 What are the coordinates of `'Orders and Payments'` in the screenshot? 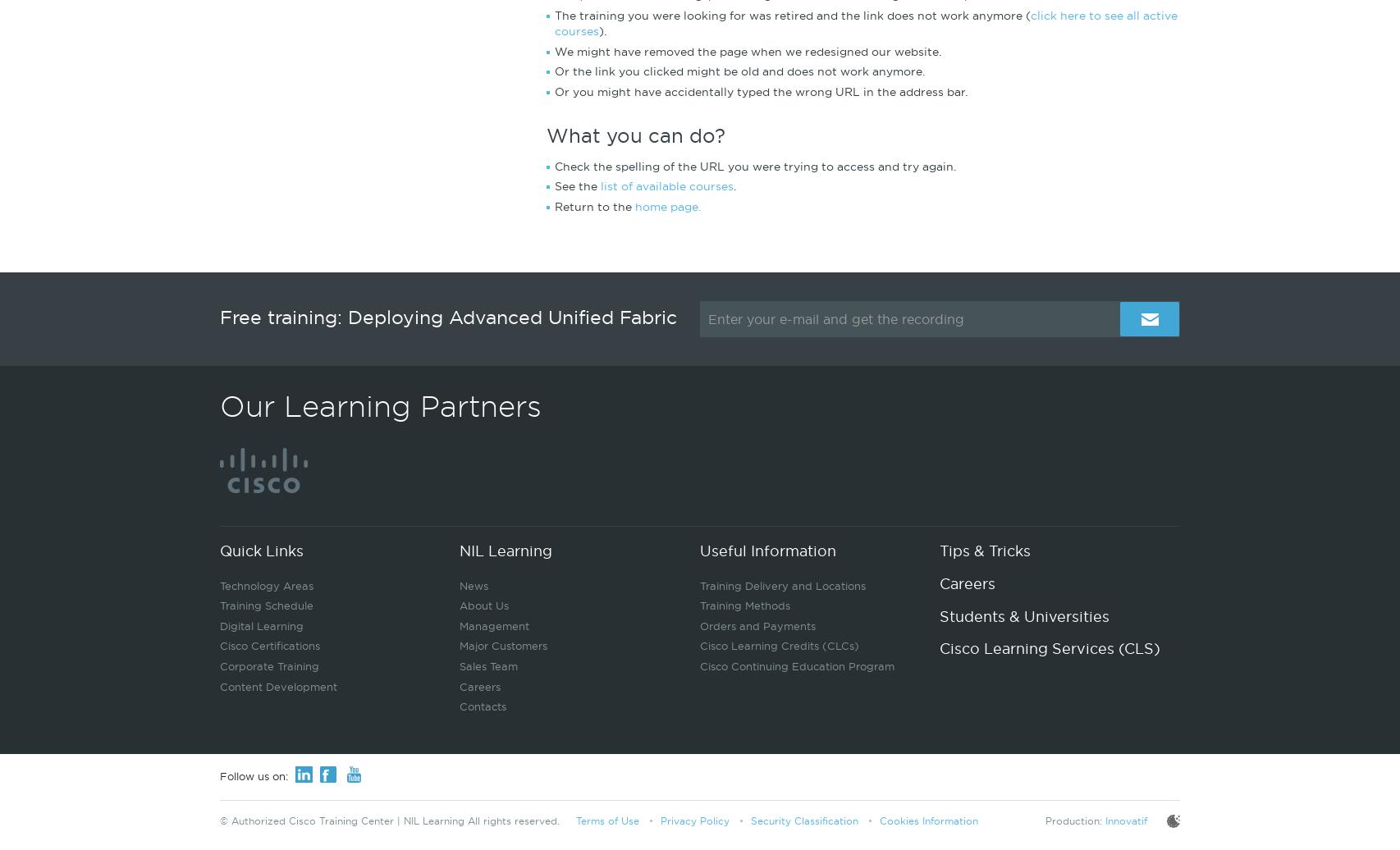 It's located at (757, 624).